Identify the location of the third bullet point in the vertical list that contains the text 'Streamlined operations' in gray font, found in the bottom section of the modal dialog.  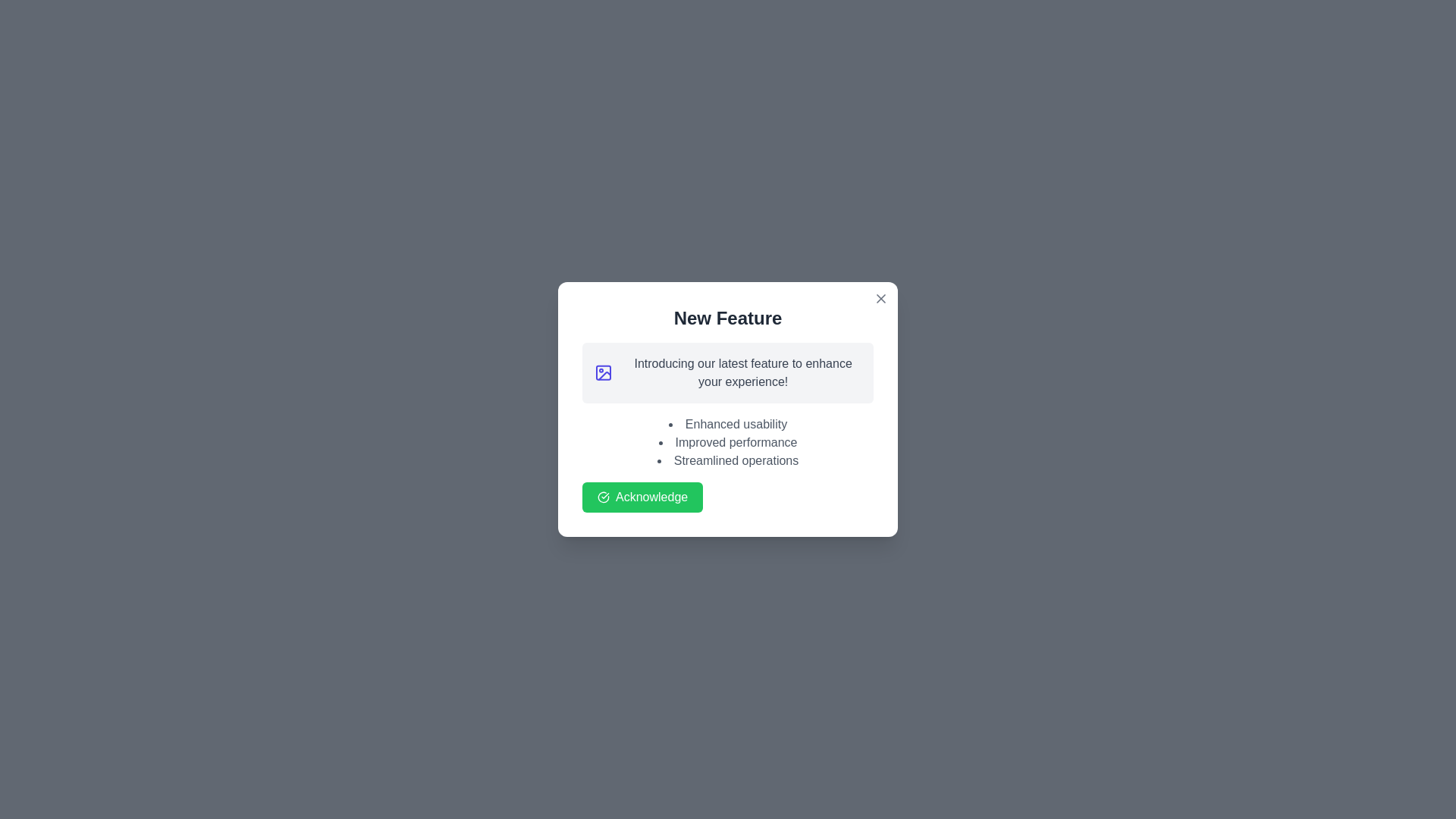
(728, 460).